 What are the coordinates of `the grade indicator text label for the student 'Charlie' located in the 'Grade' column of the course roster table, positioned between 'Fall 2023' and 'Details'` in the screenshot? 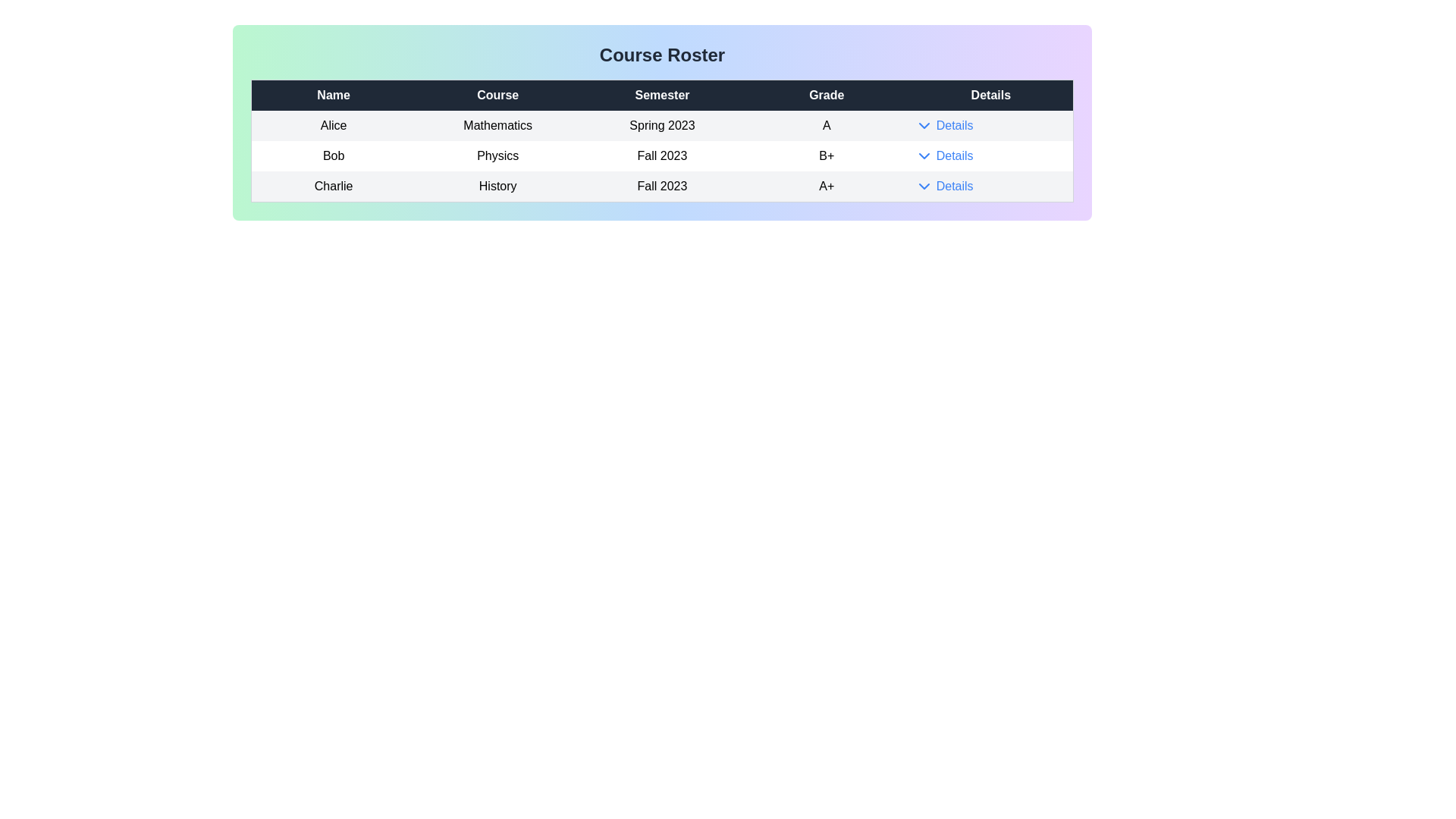 It's located at (826, 186).